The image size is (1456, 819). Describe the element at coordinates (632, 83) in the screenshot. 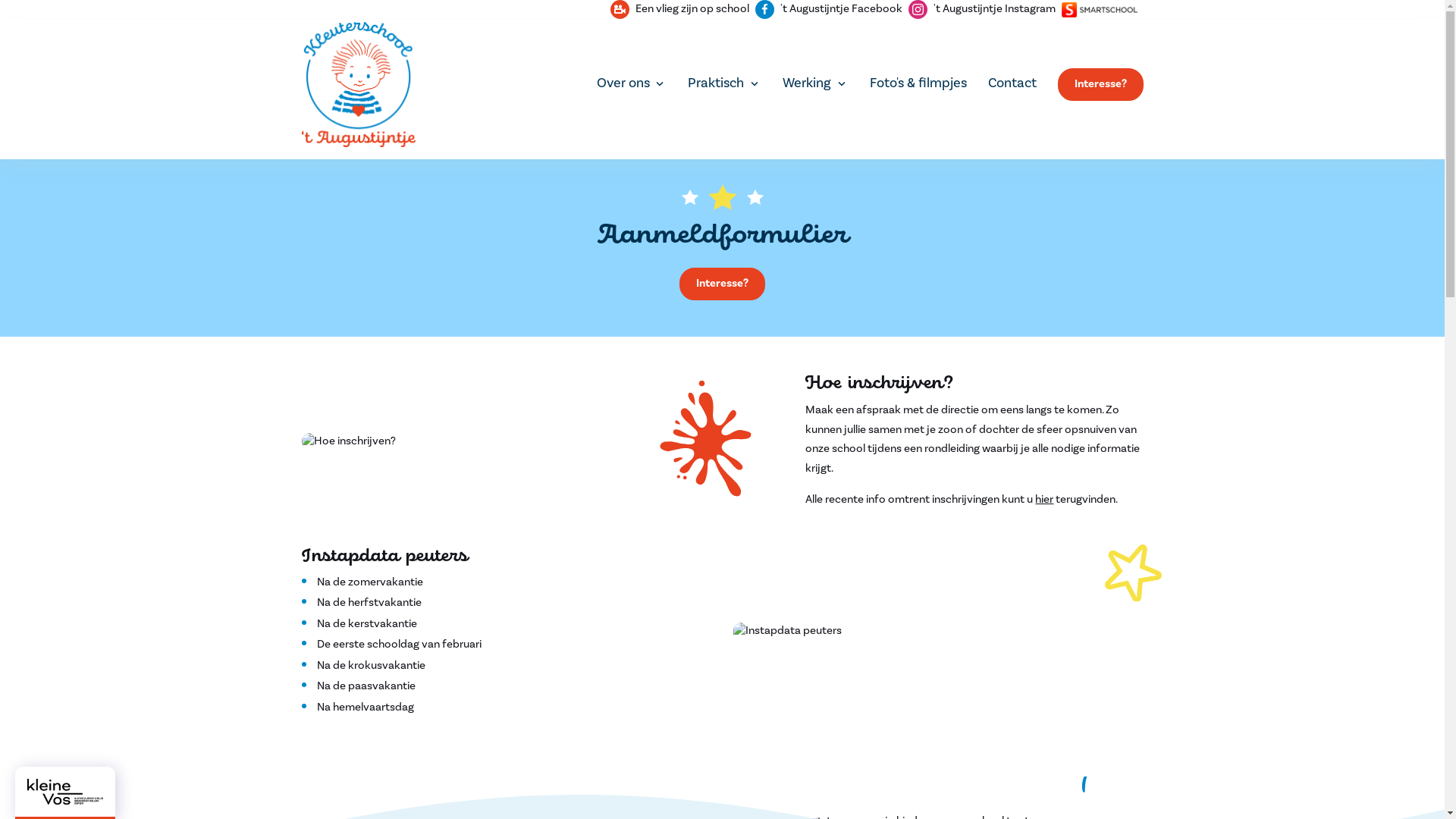

I see `'Over ons'` at that location.